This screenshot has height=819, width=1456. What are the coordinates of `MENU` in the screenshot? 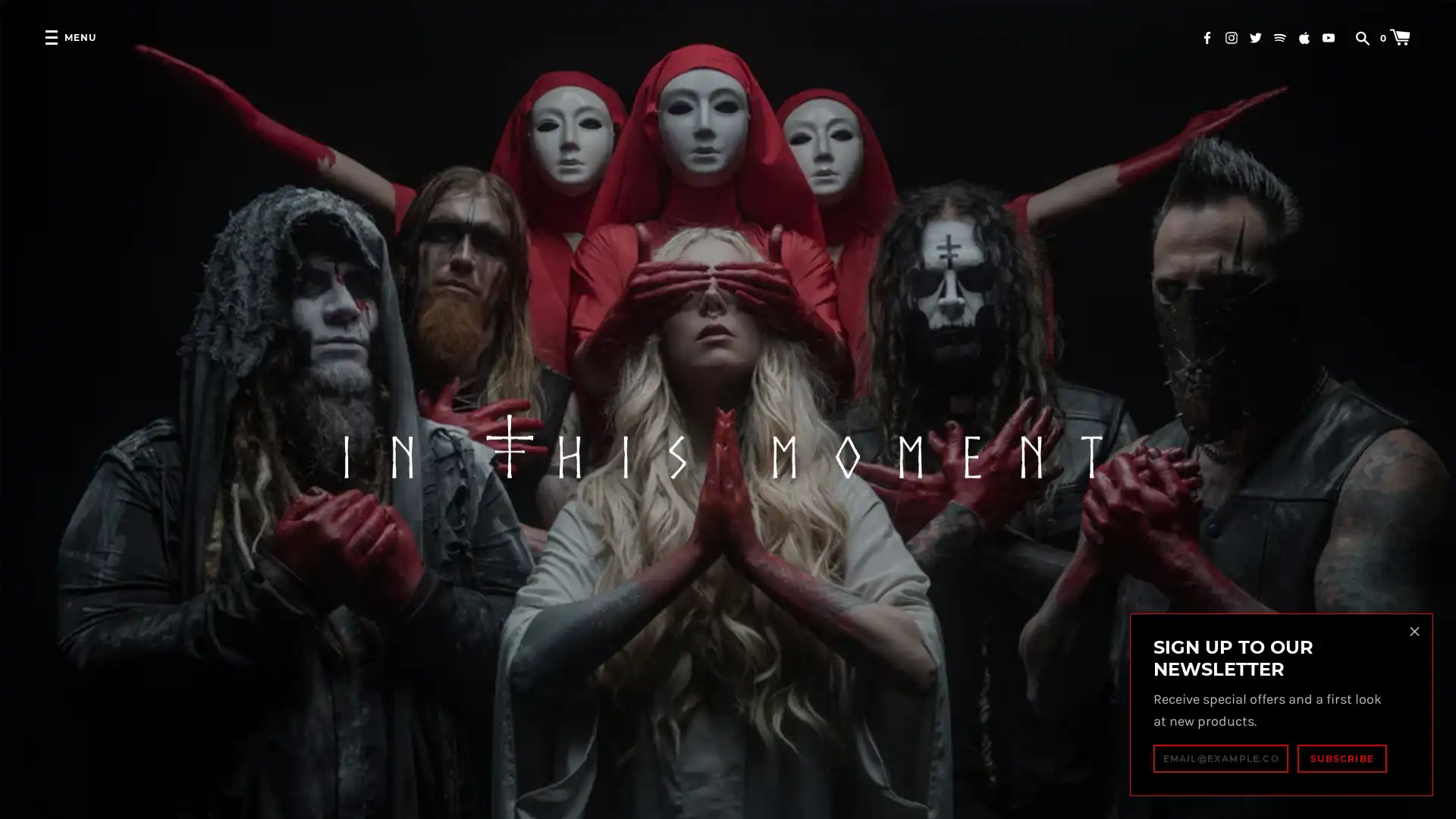 It's located at (70, 37).